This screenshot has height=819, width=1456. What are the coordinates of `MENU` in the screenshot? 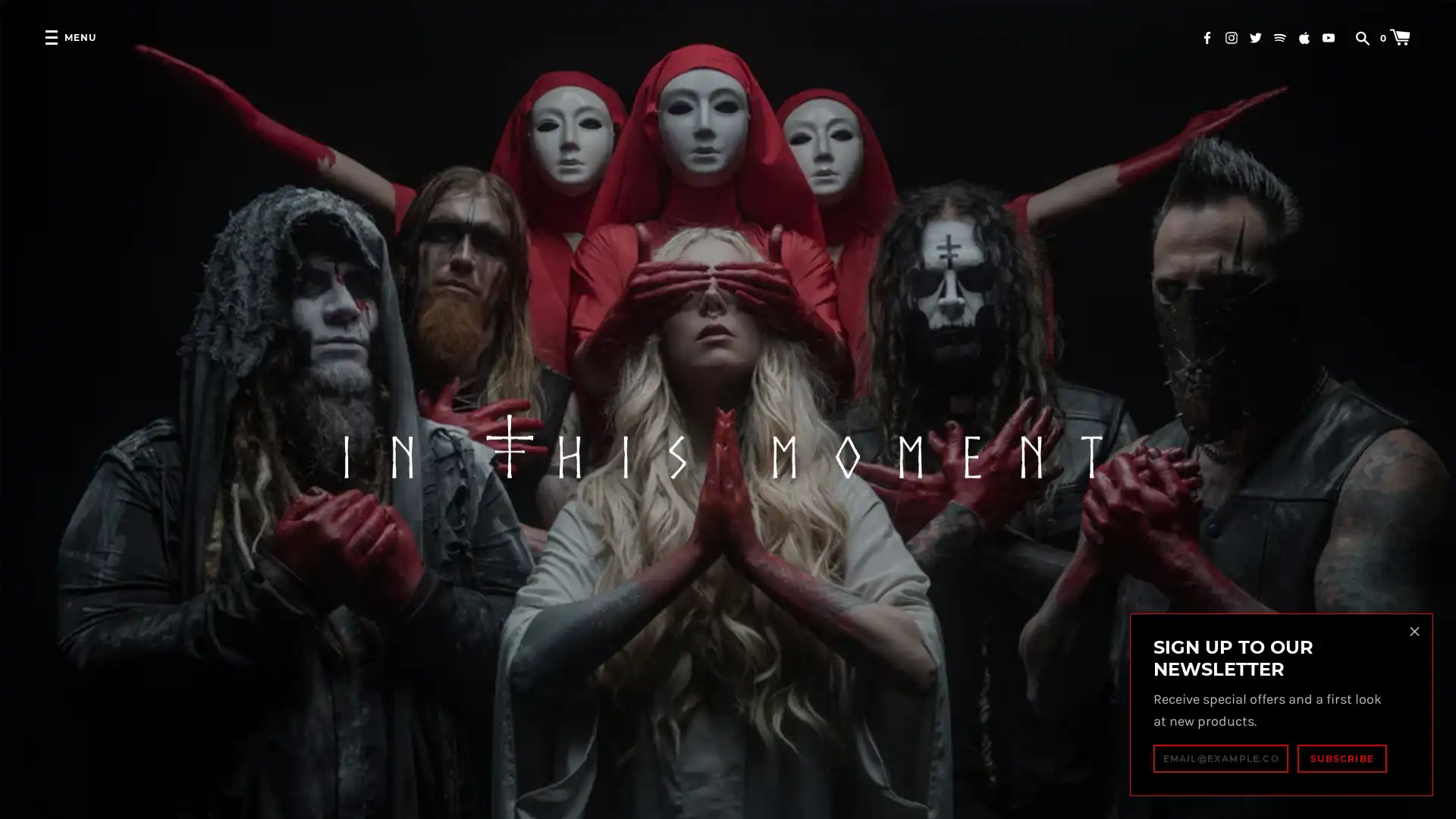 It's located at (70, 37).